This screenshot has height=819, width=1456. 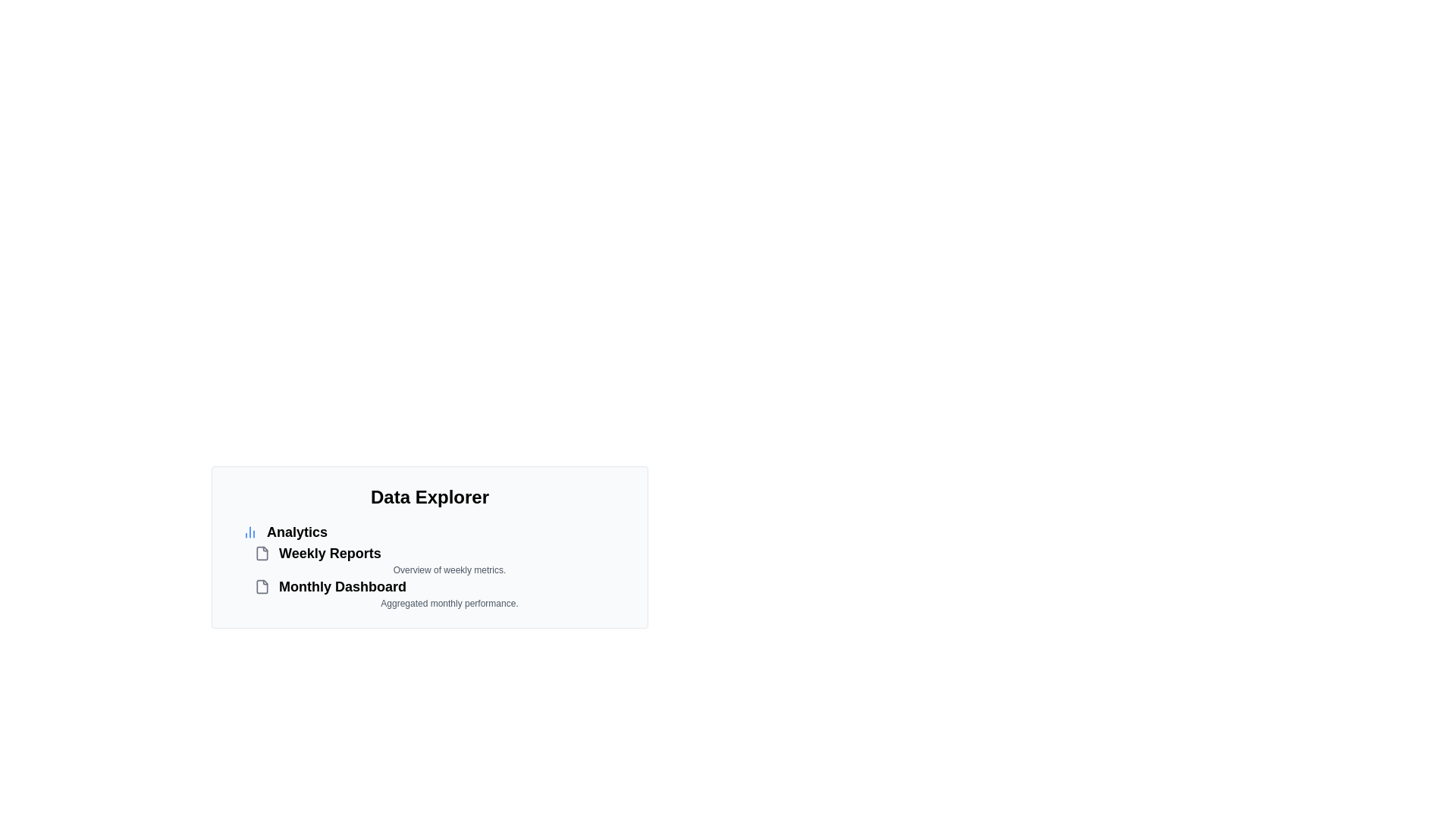 What do you see at coordinates (441, 586) in the screenshot?
I see `the 'Monthly Dashboard' section located under the 'Data Explorer' section, positioned as the second item in the list` at bounding box center [441, 586].